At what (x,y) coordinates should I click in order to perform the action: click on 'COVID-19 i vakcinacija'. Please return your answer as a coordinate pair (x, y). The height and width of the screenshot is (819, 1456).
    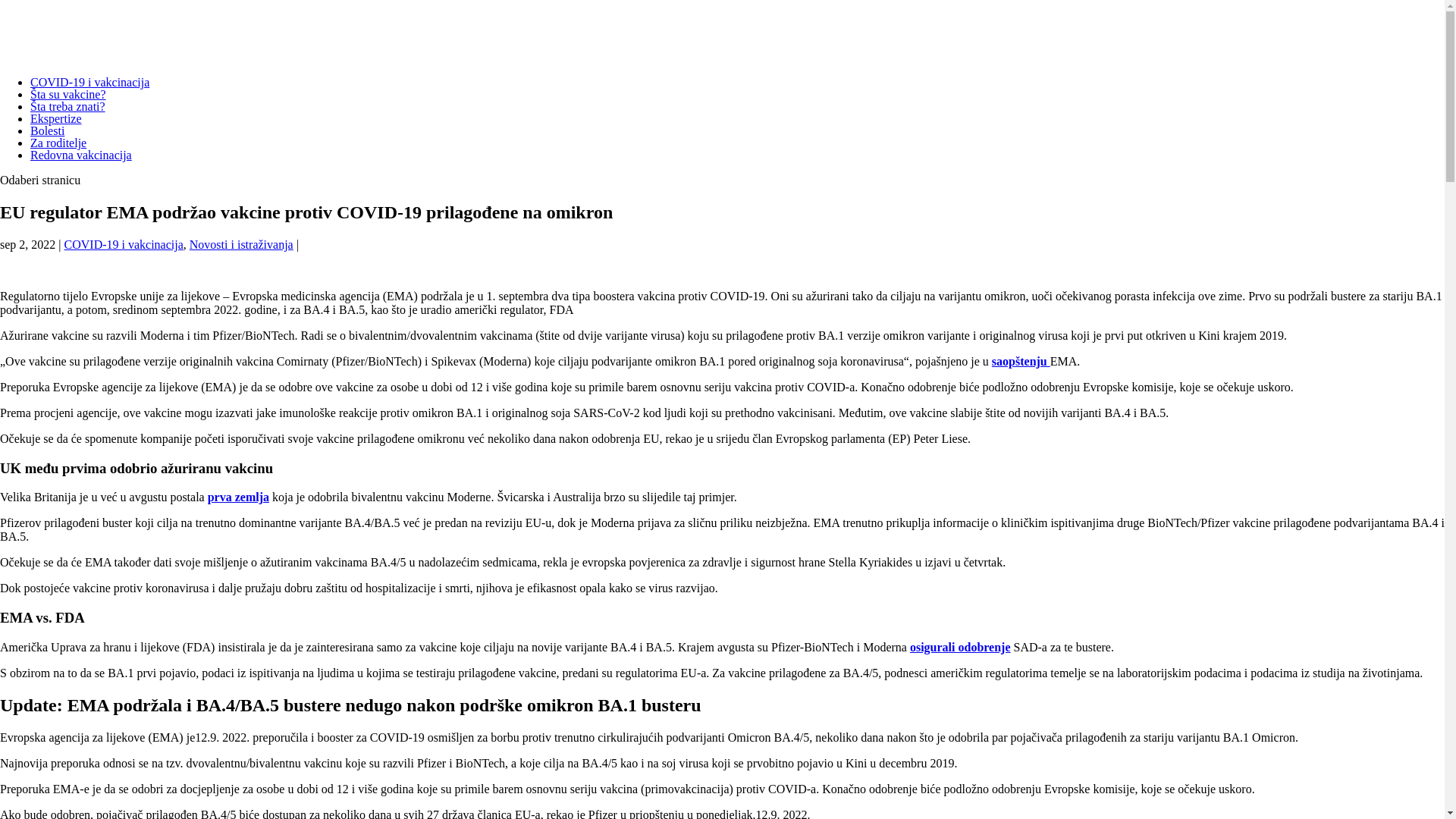
    Looking at the image, I should click on (124, 243).